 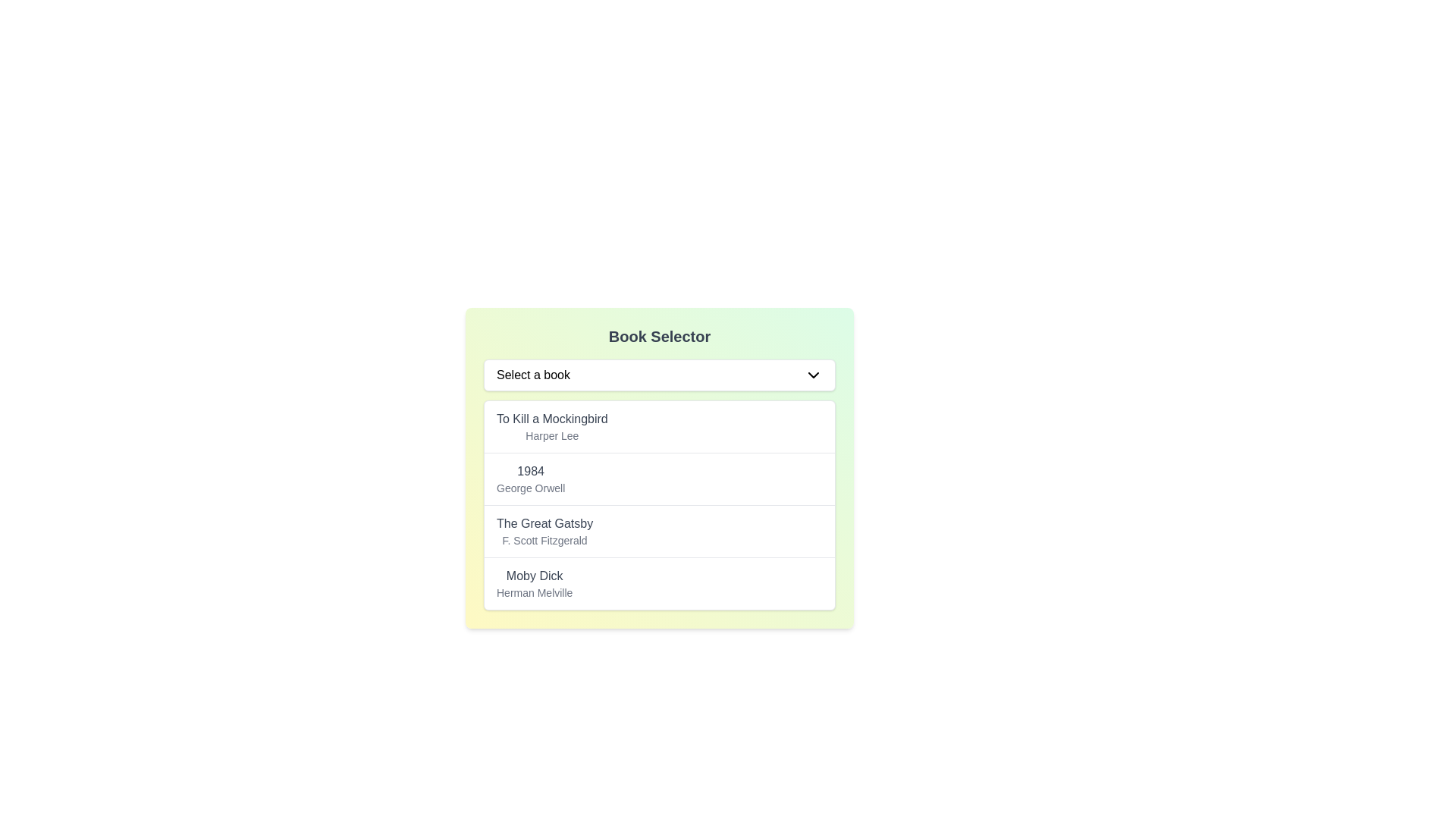 What do you see at coordinates (535, 576) in the screenshot?
I see `the text label displaying the title of the book, which is the last entry in the 'Book Selector' interface` at bounding box center [535, 576].